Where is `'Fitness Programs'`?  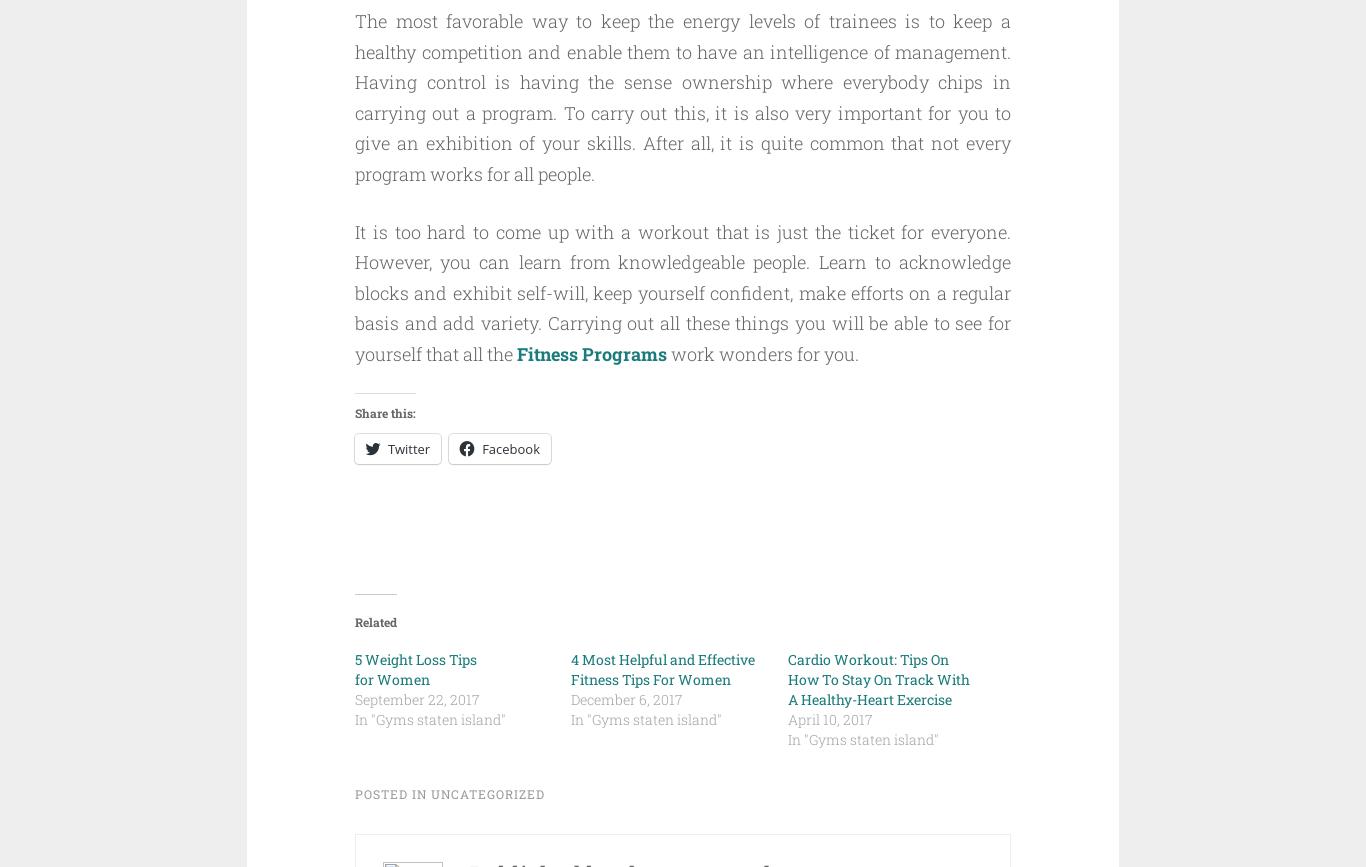 'Fitness Programs' is located at coordinates (517, 353).